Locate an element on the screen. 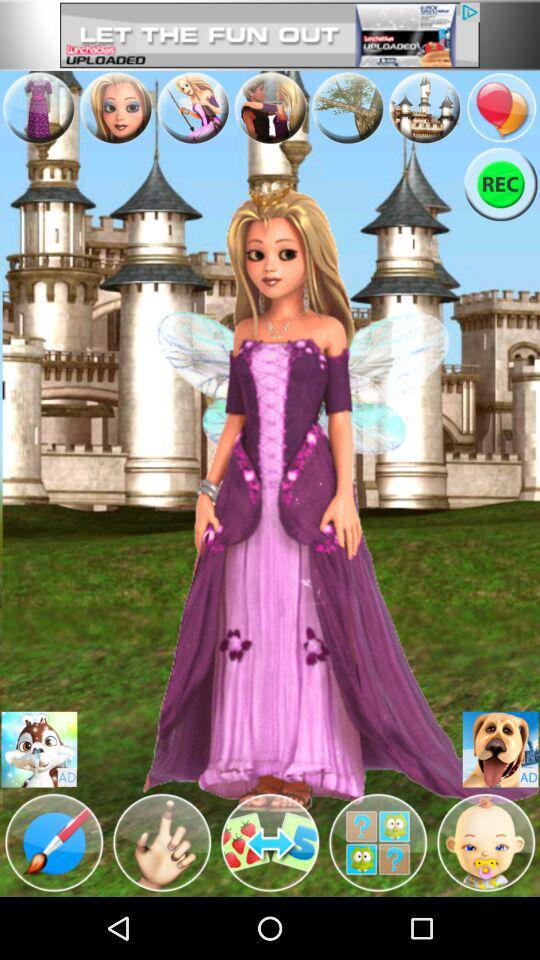 The image size is (540, 960). opens an advertisement is located at coordinates (499, 748).